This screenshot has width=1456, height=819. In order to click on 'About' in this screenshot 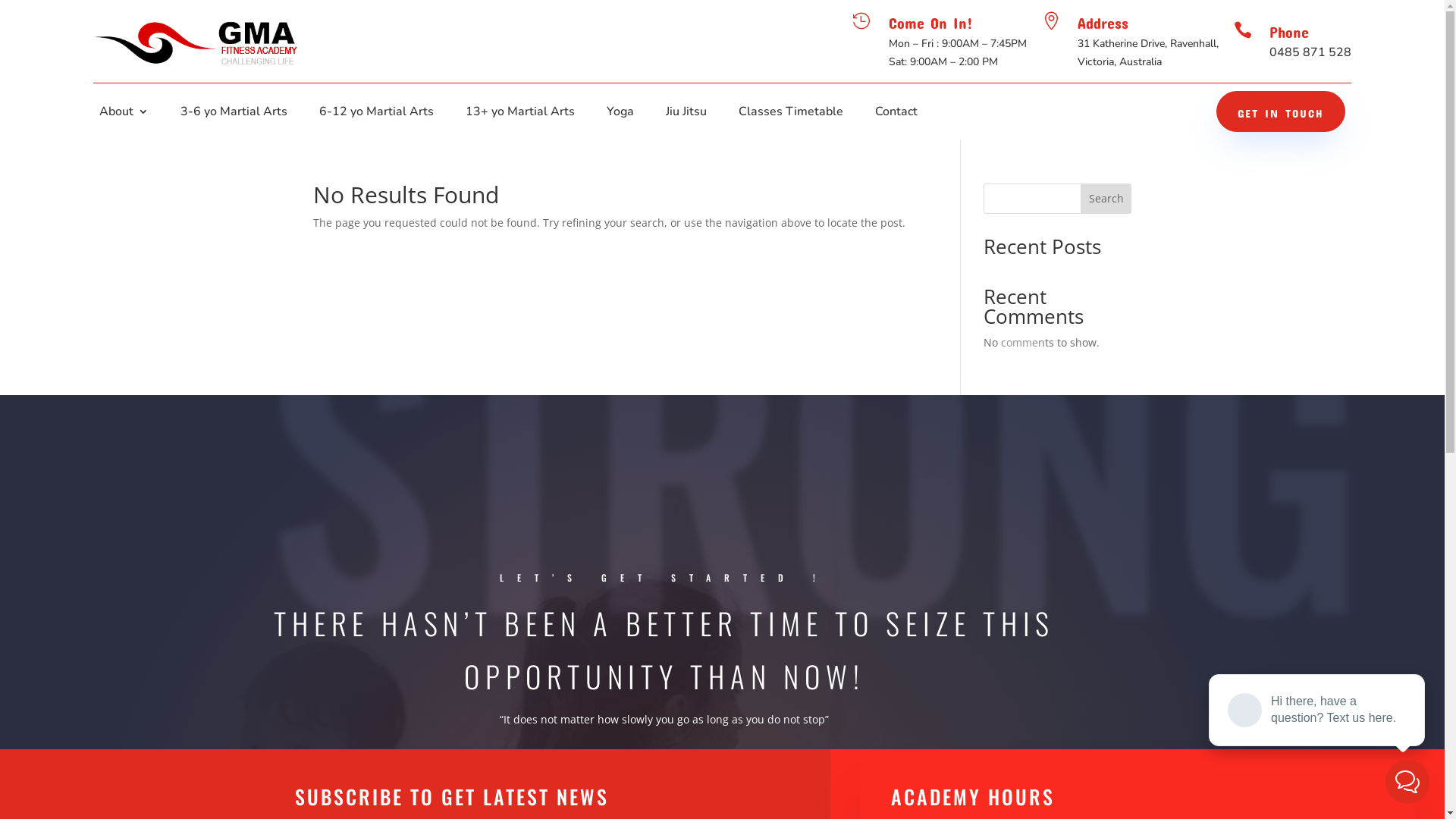, I will do `click(98, 113)`.